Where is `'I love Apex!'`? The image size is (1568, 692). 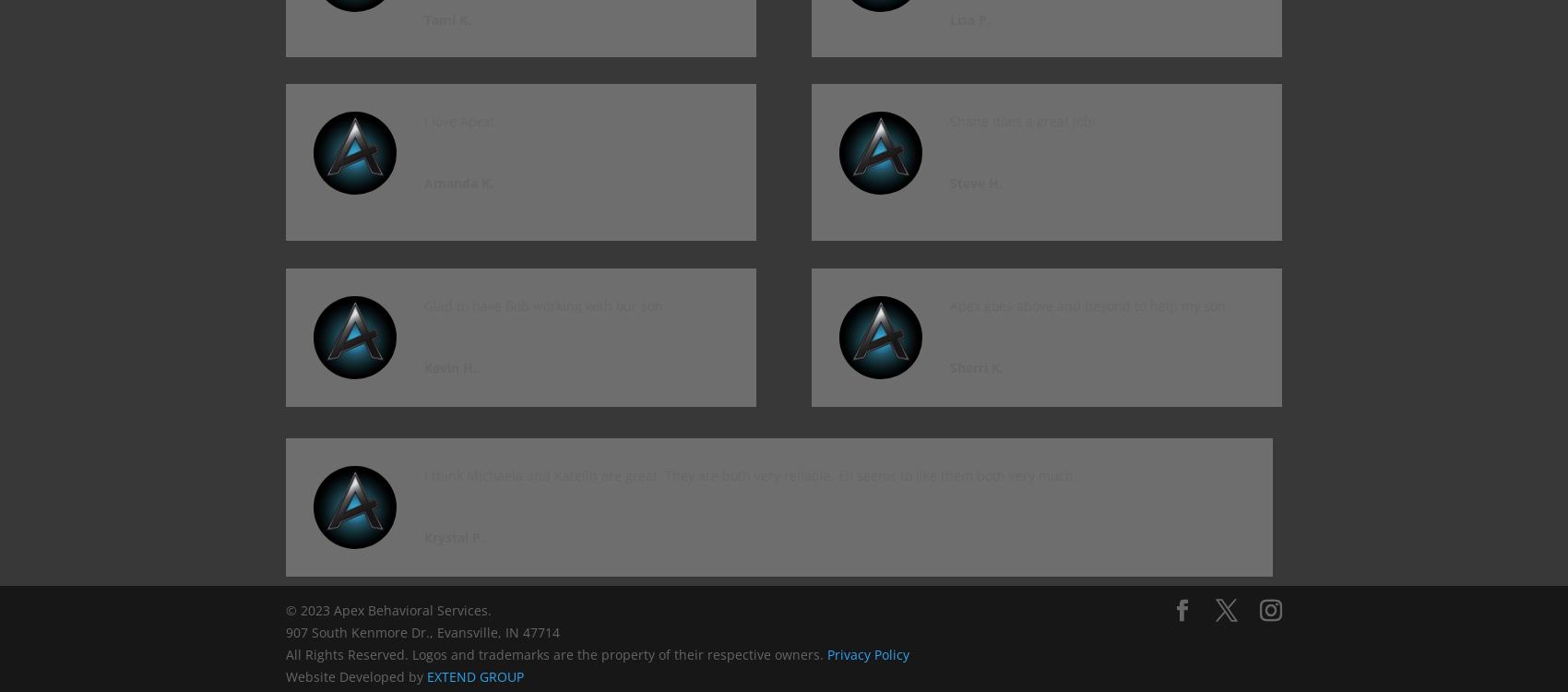 'I love Apex!' is located at coordinates (424, 121).